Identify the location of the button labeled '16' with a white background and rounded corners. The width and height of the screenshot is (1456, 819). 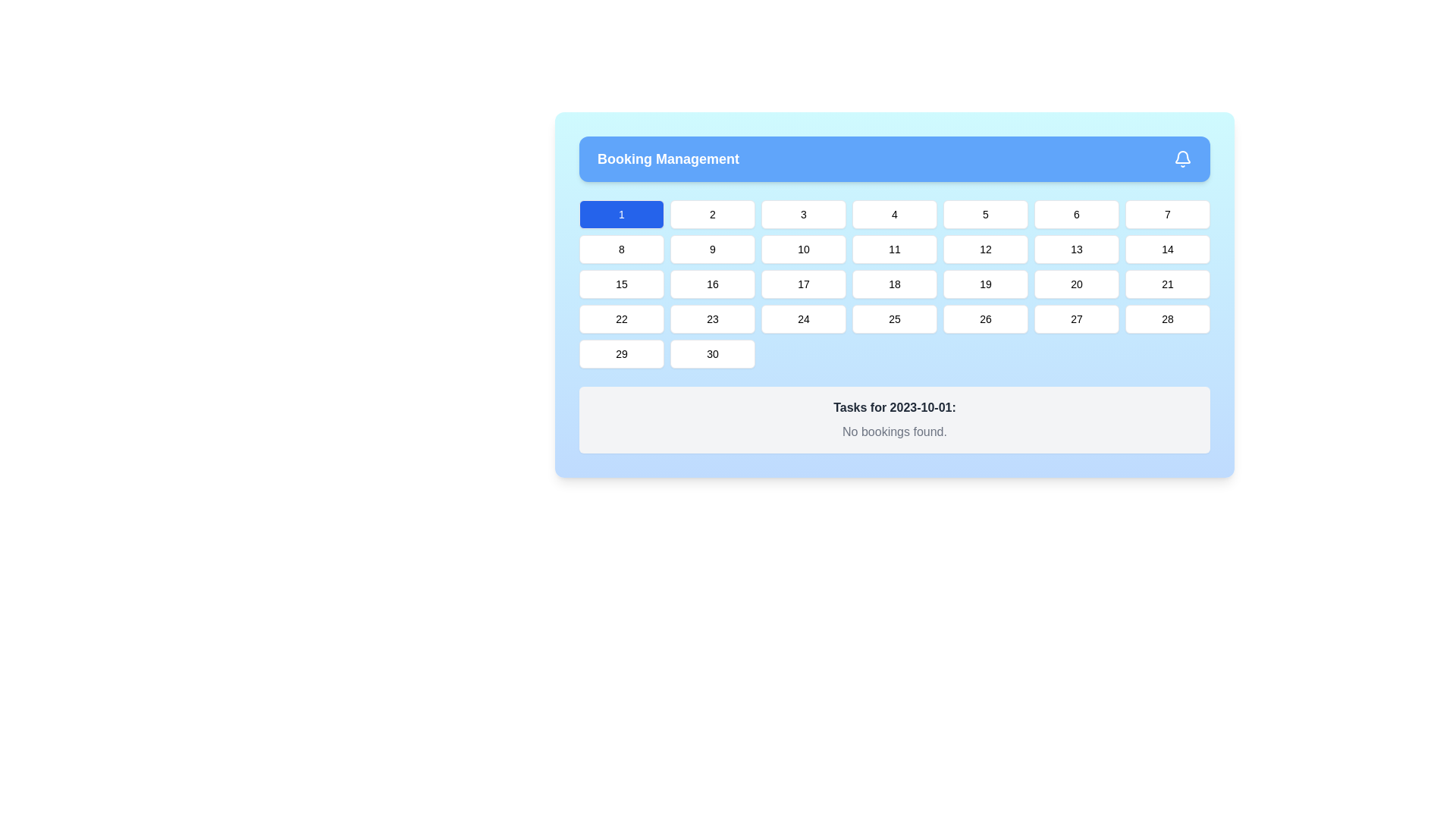
(712, 284).